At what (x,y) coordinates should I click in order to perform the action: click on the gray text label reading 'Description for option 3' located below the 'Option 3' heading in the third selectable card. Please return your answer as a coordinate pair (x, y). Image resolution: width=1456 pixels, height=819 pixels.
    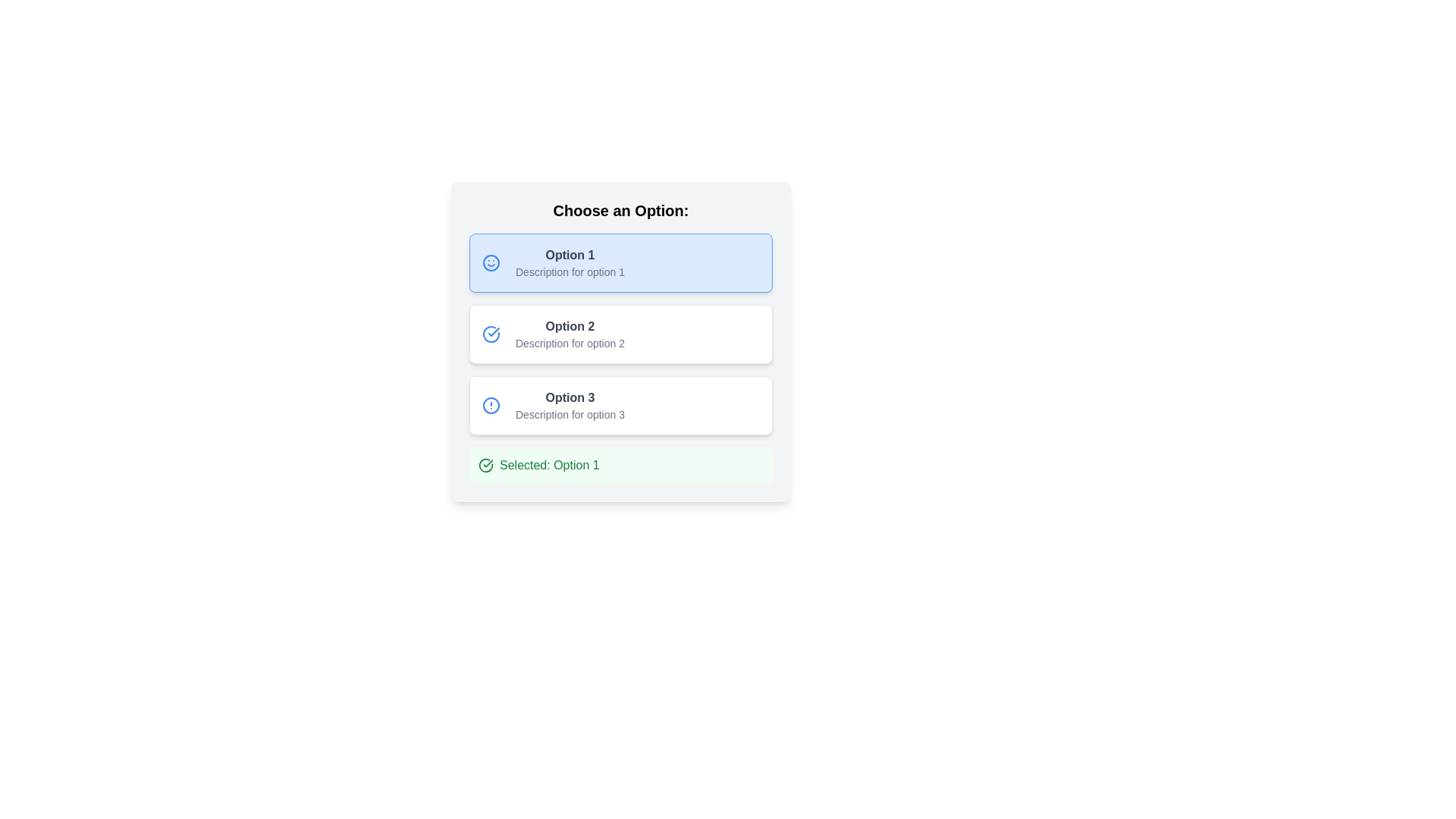
    Looking at the image, I should click on (570, 415).